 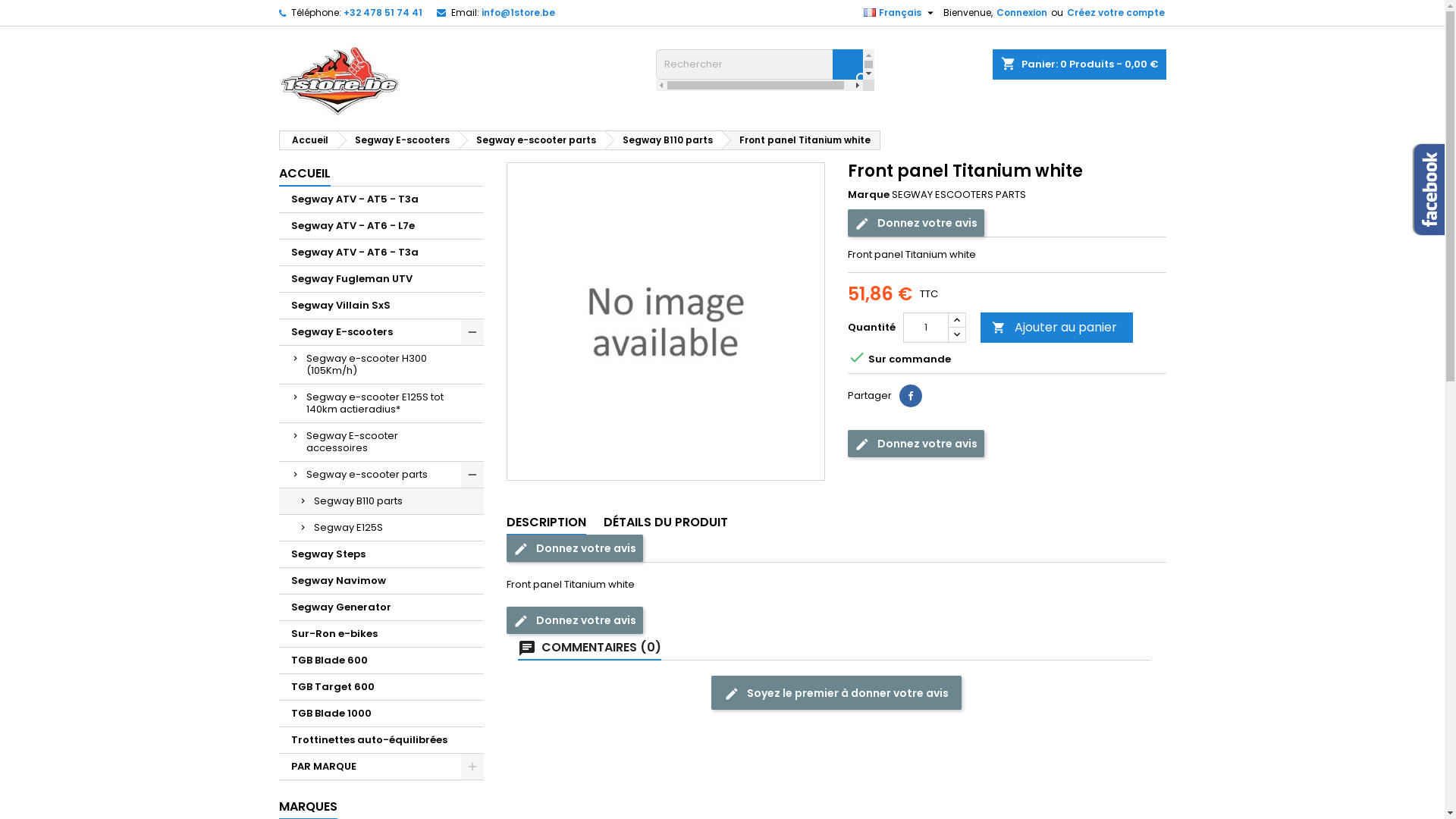 I want to click on 'Segway ATV - AT6 - T3a', so click(x=381, y=252).